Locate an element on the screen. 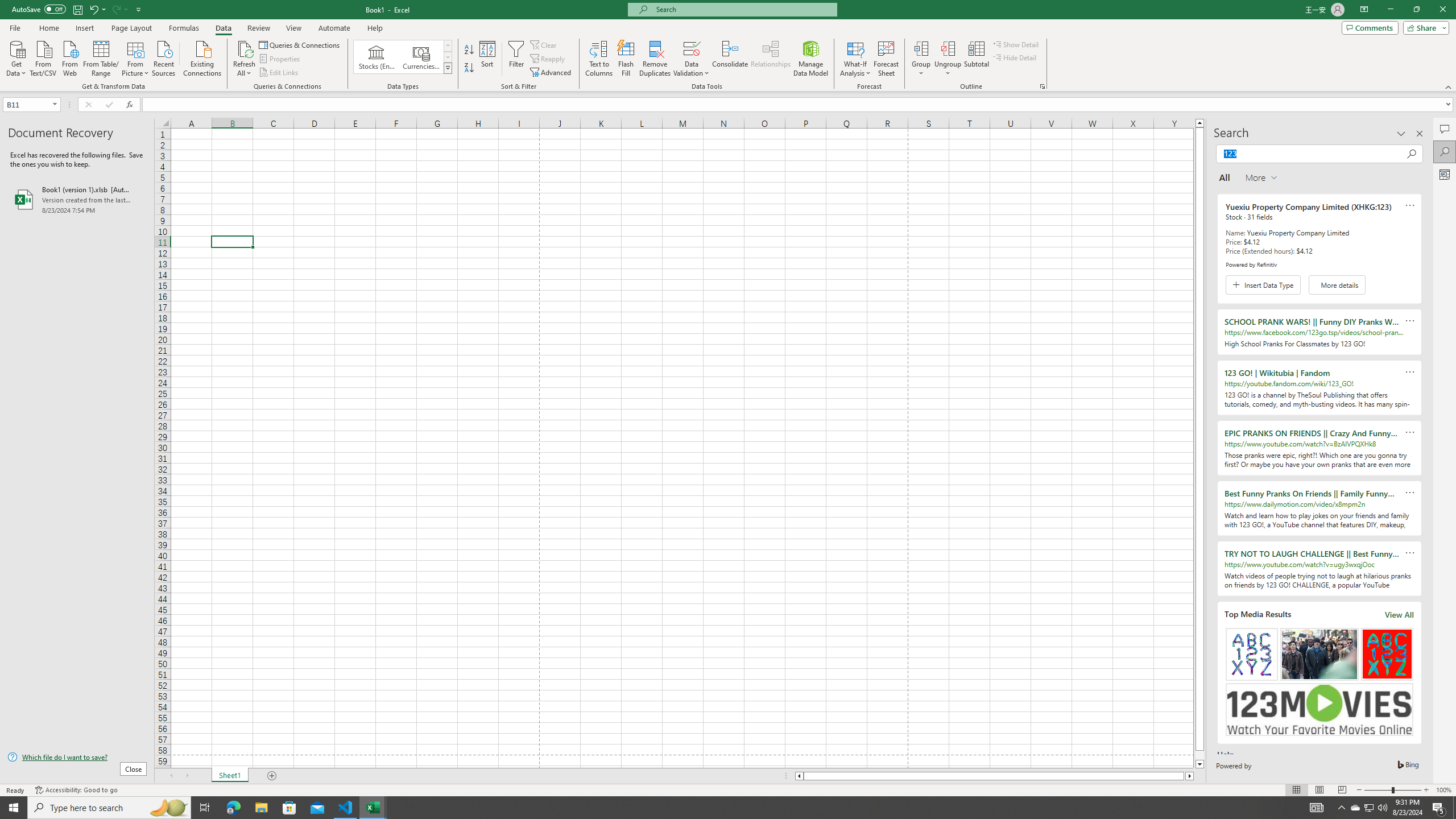 Image resolution: width=1456 pixels, height=819 pixels. 'Advanced...' is located at coordinates (552, 72).